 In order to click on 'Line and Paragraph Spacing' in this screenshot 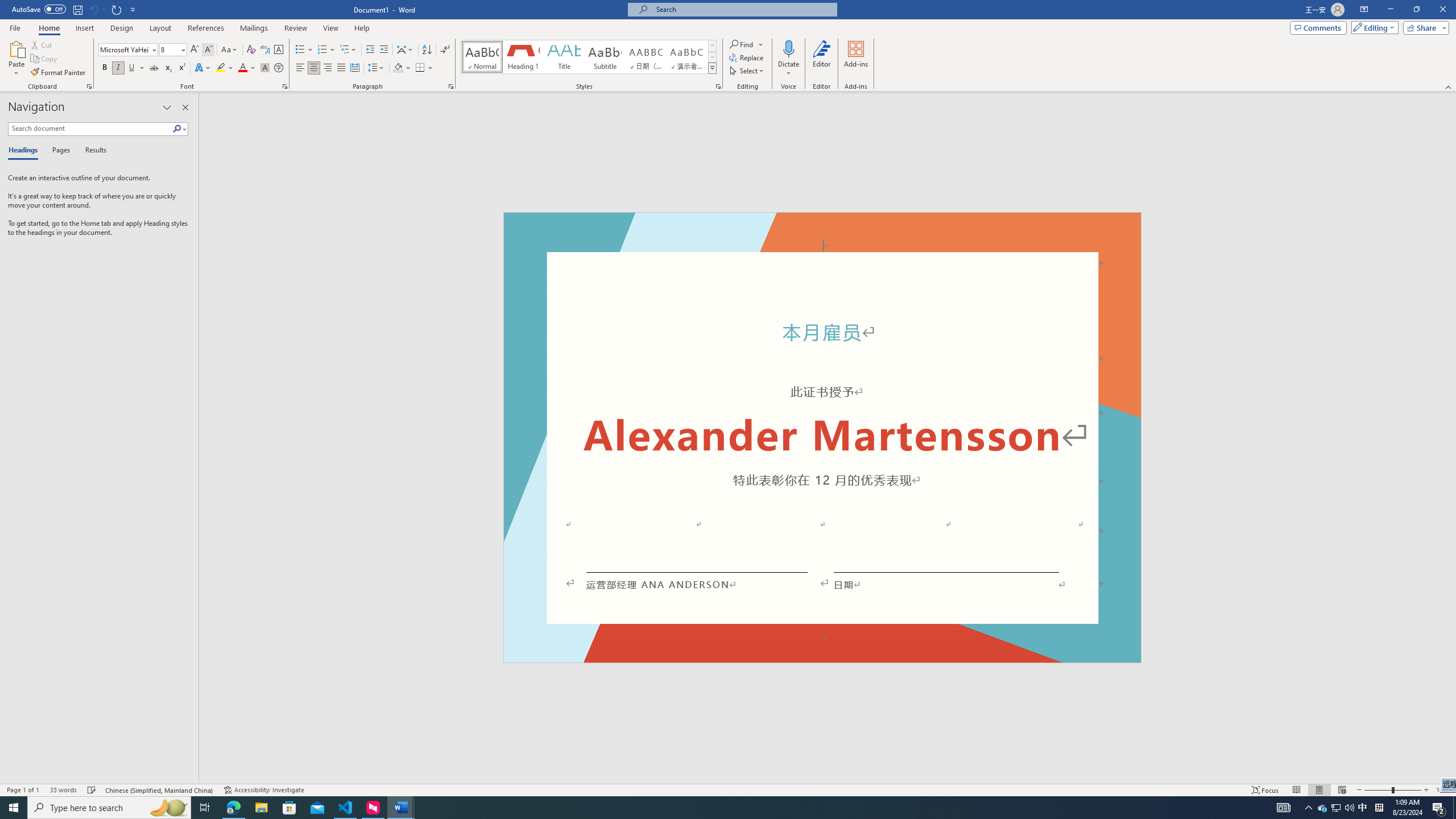, I will do `click(377, 67)`.